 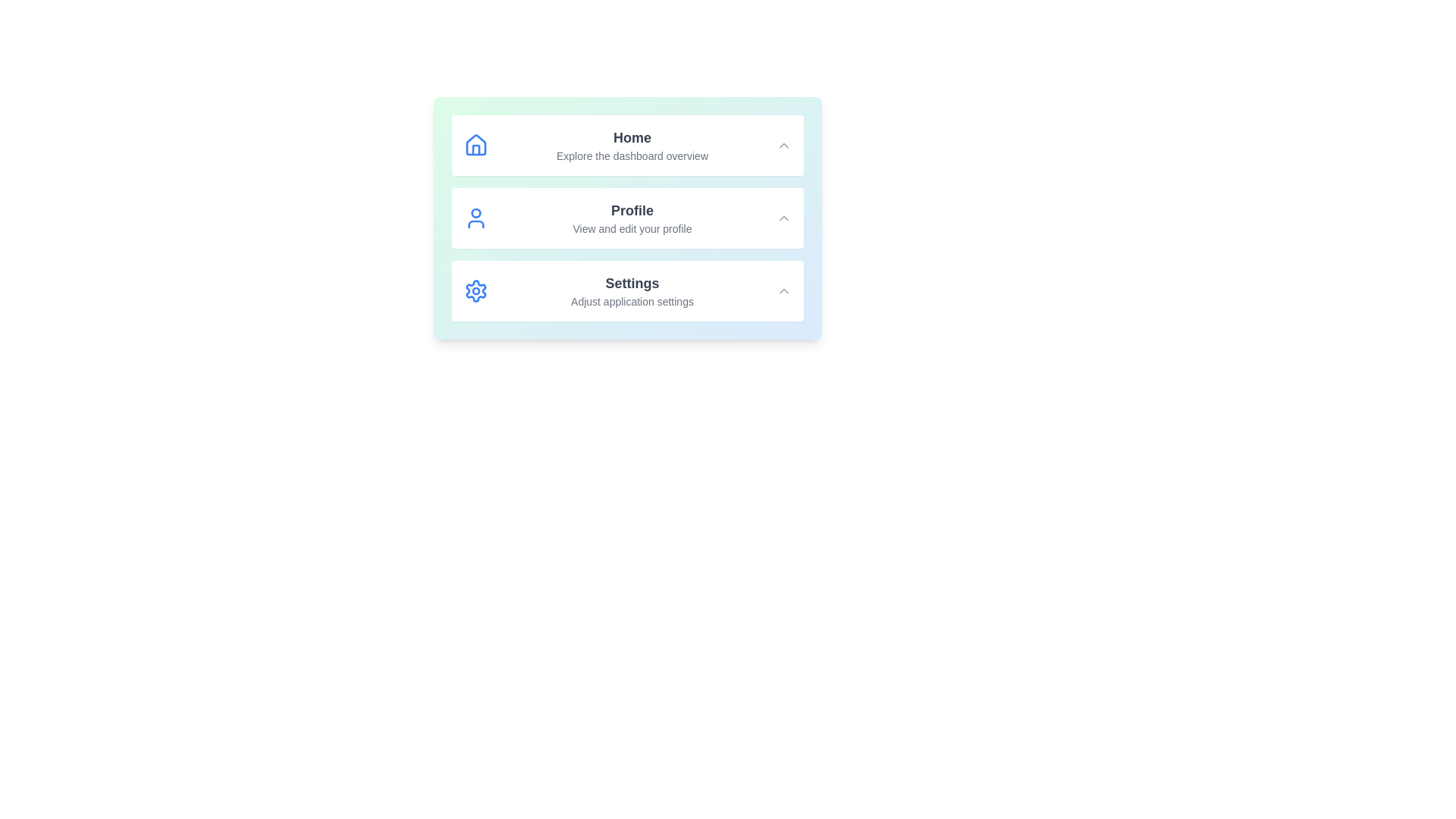 What do you see at coordinates (475, 291) in the screenshot?
I see `the icon representing the Settings section` at bounding box center [475, 291].